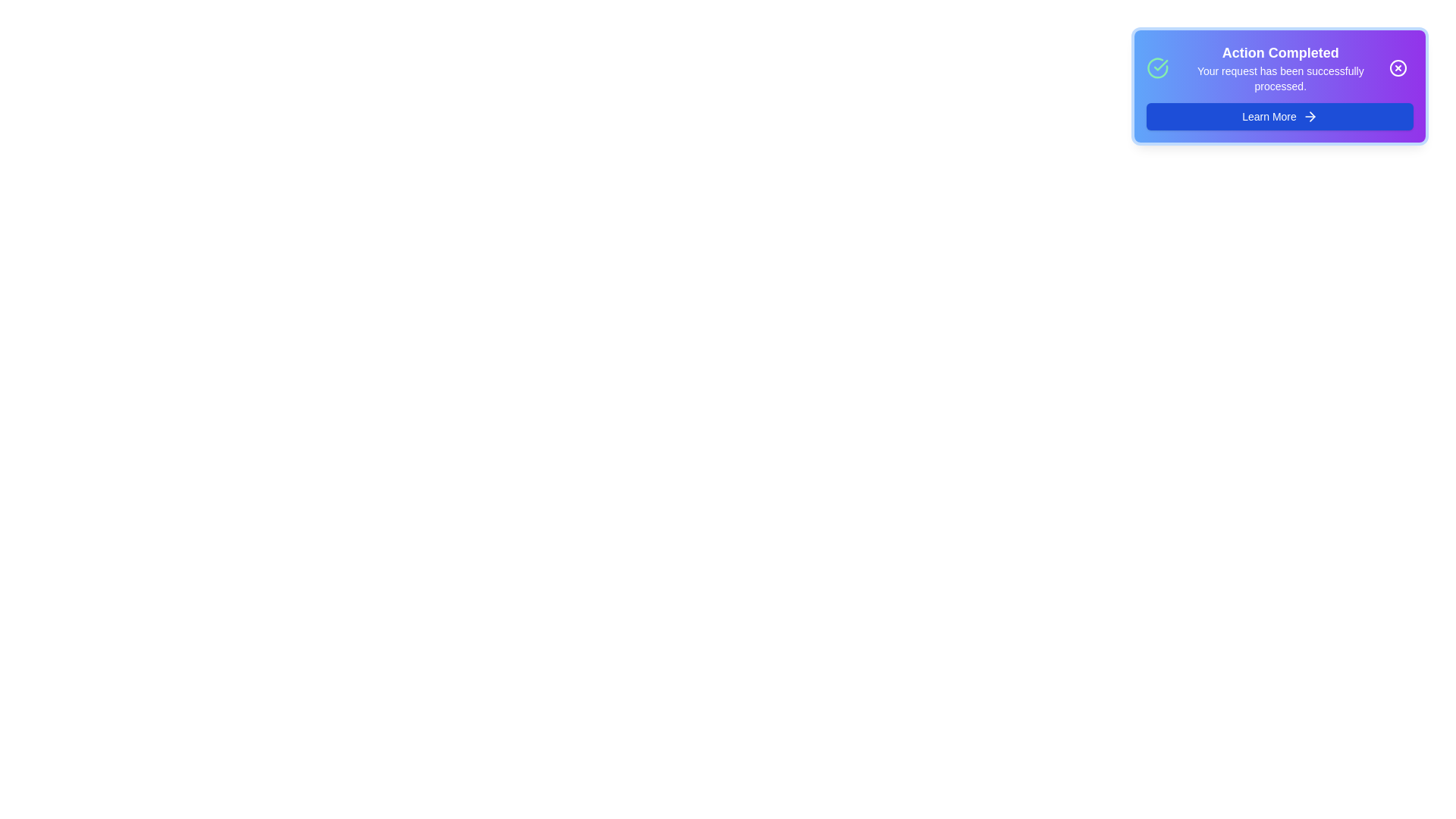 Image resolution: width=1456 pixels, height=819 pixels. What do you see at coordinates (1397, 67) in the screenshot?
I see `the close button to dismiss the notification` at bounding box center [1397, 67].